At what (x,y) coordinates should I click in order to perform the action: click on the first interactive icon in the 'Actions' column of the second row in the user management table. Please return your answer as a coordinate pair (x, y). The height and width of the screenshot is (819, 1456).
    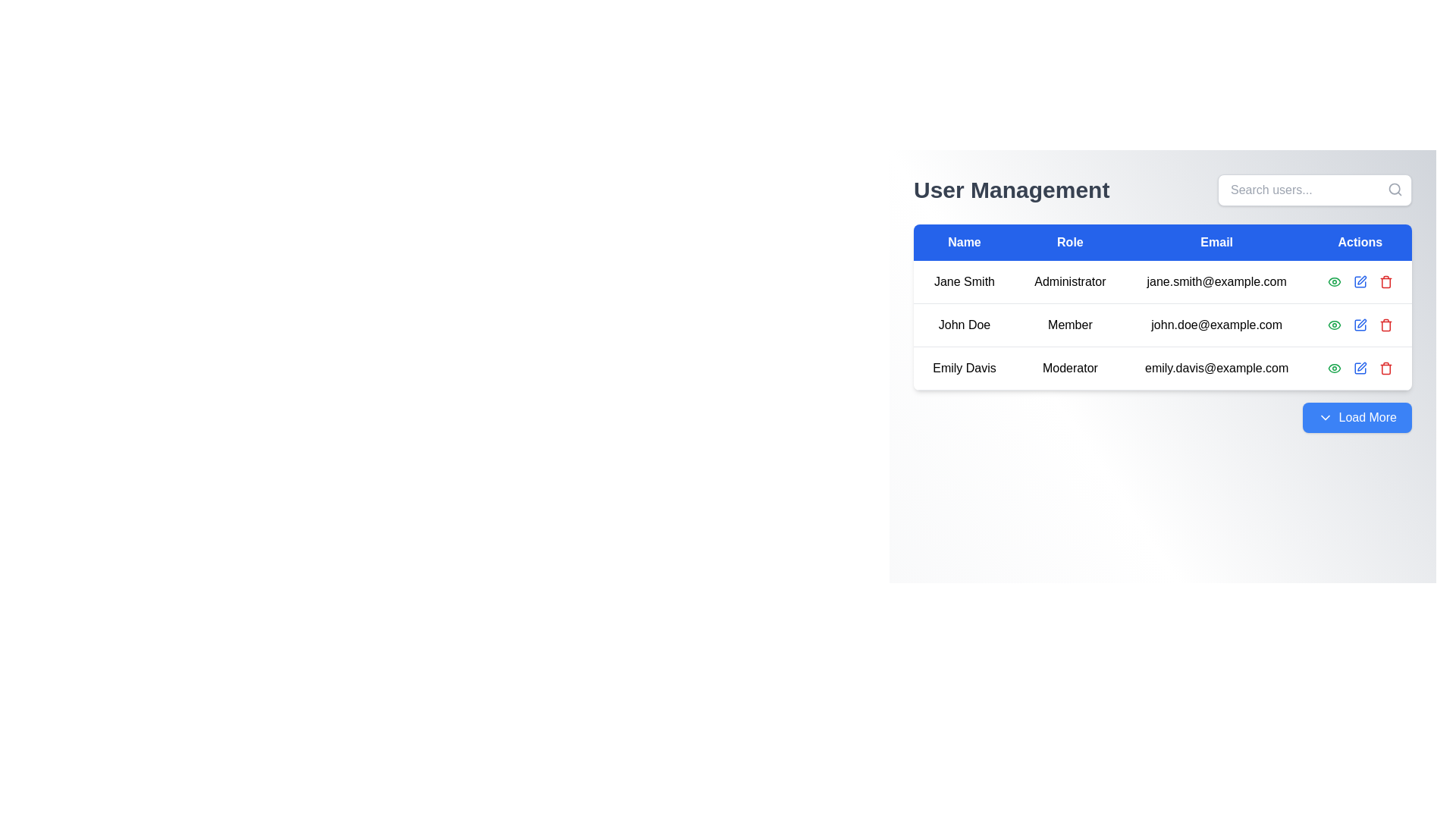
    Looking at the image, I should click on (1333, 324).